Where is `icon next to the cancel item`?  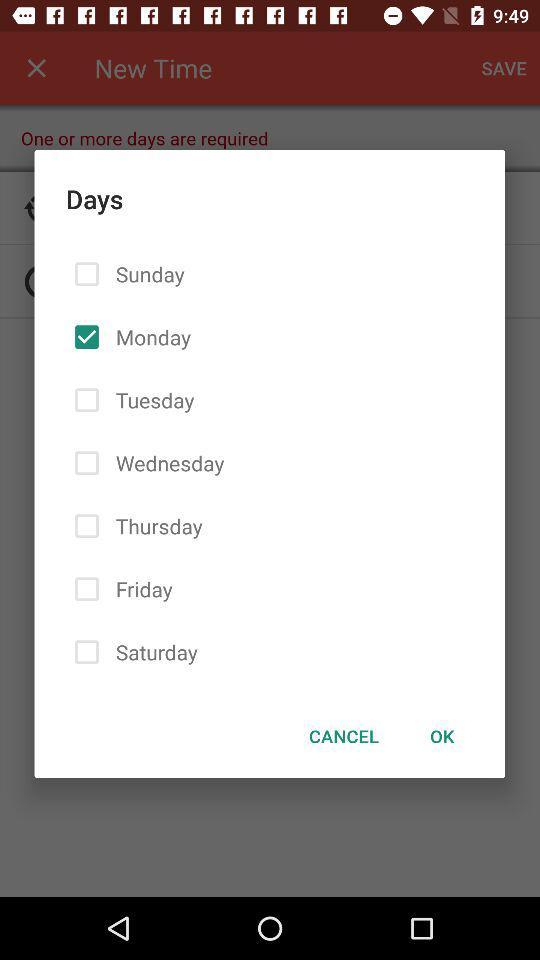
icon next to the cancel item is located at coordinates (442, 735).